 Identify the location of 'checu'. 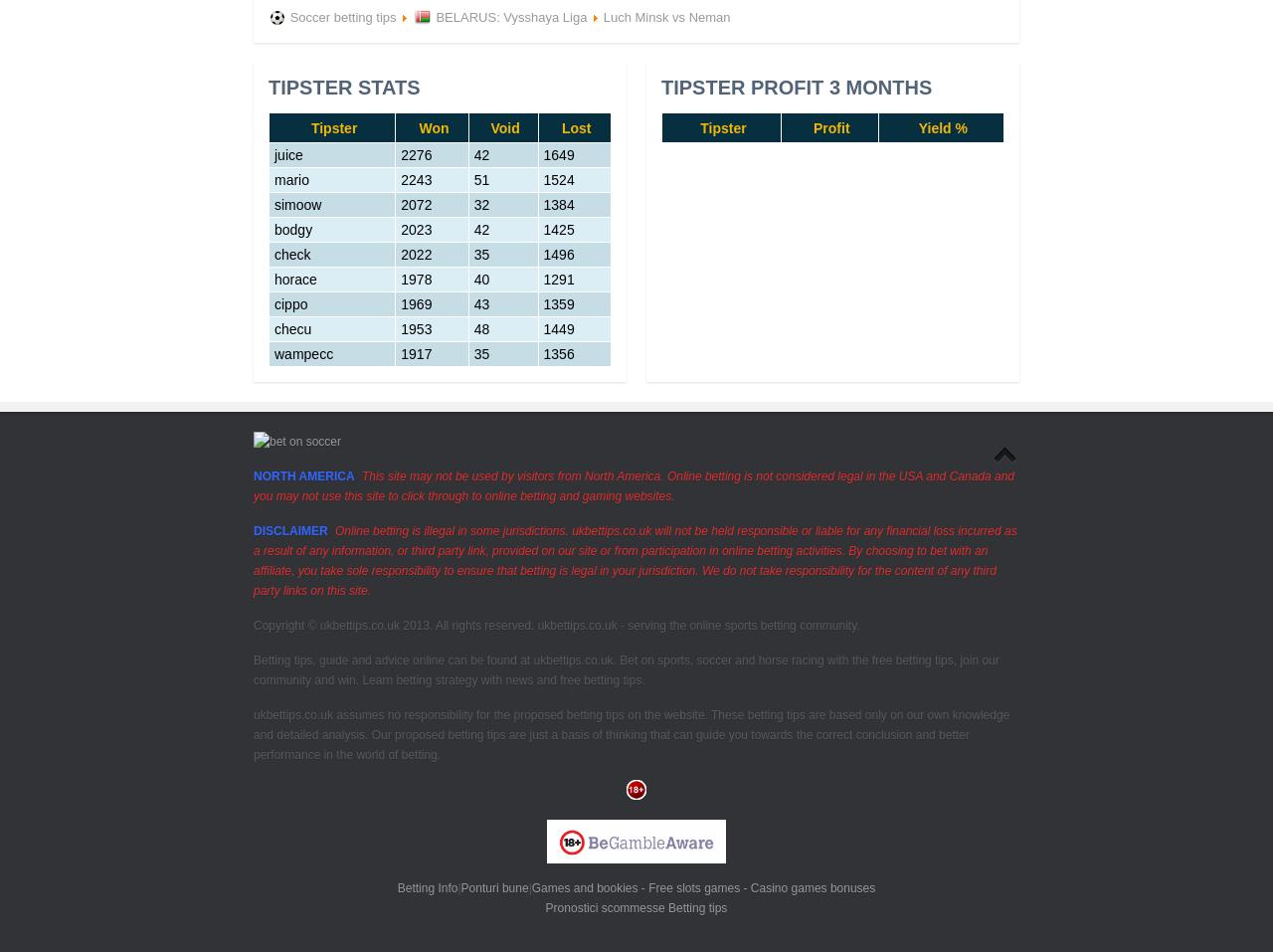
(291, 329).